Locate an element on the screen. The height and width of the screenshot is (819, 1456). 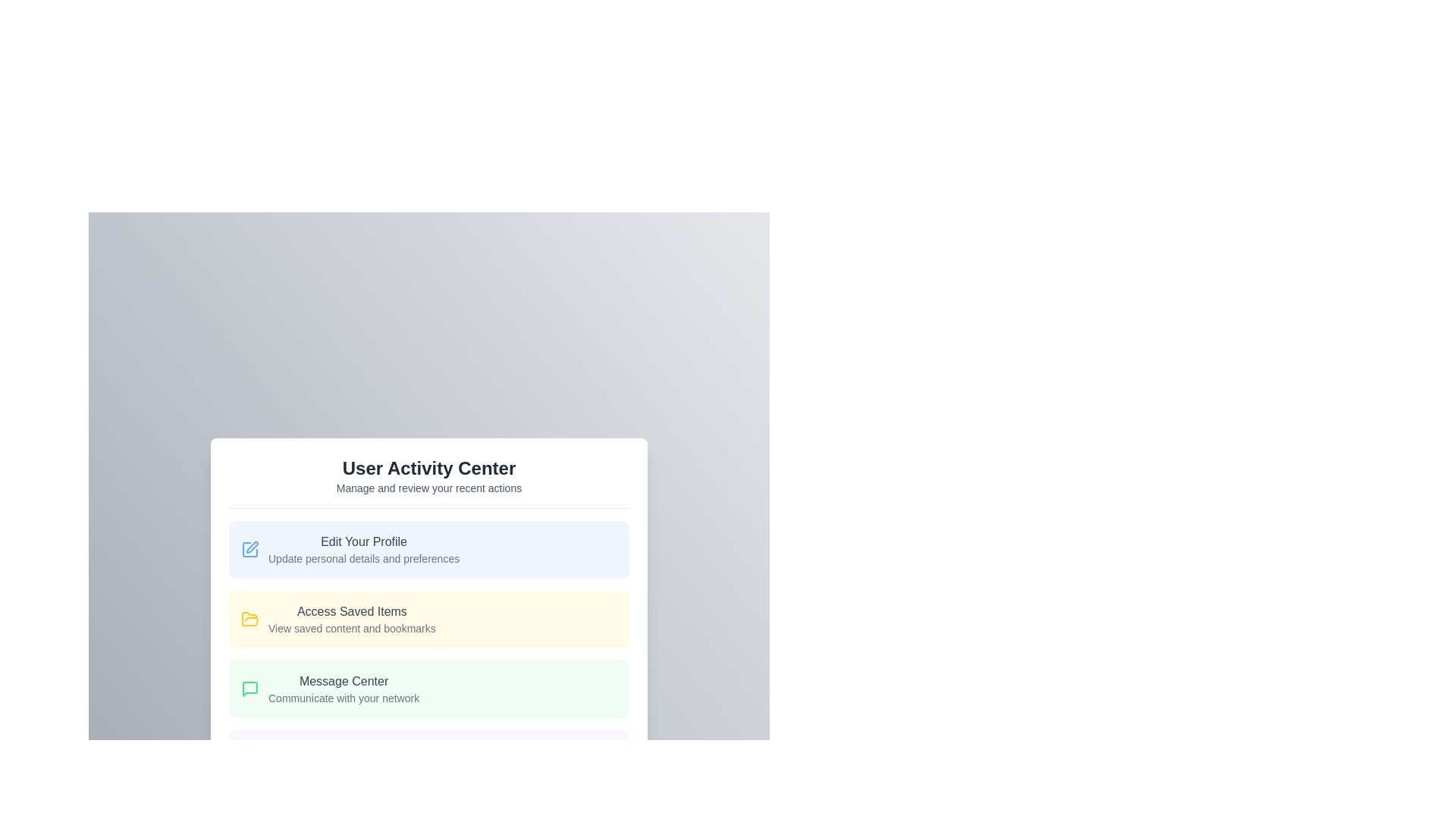
the message-related icon located to the left of the 'Message Center' text in the 'User Activity Center' card interface to indicate interaction is located at coordinates (250, 688).